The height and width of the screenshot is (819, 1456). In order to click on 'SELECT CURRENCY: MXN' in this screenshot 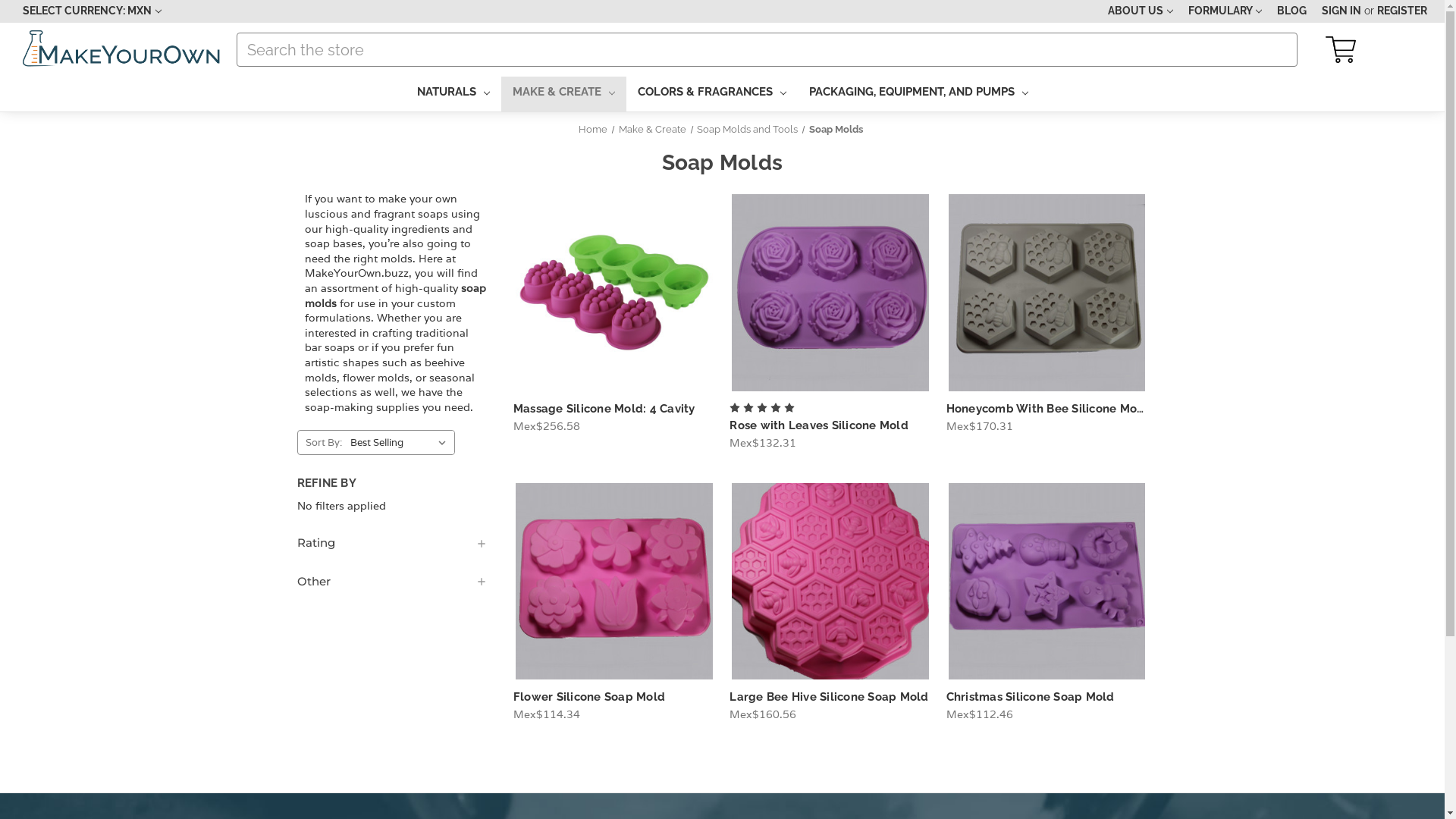, I will do `click(14, 11)`.